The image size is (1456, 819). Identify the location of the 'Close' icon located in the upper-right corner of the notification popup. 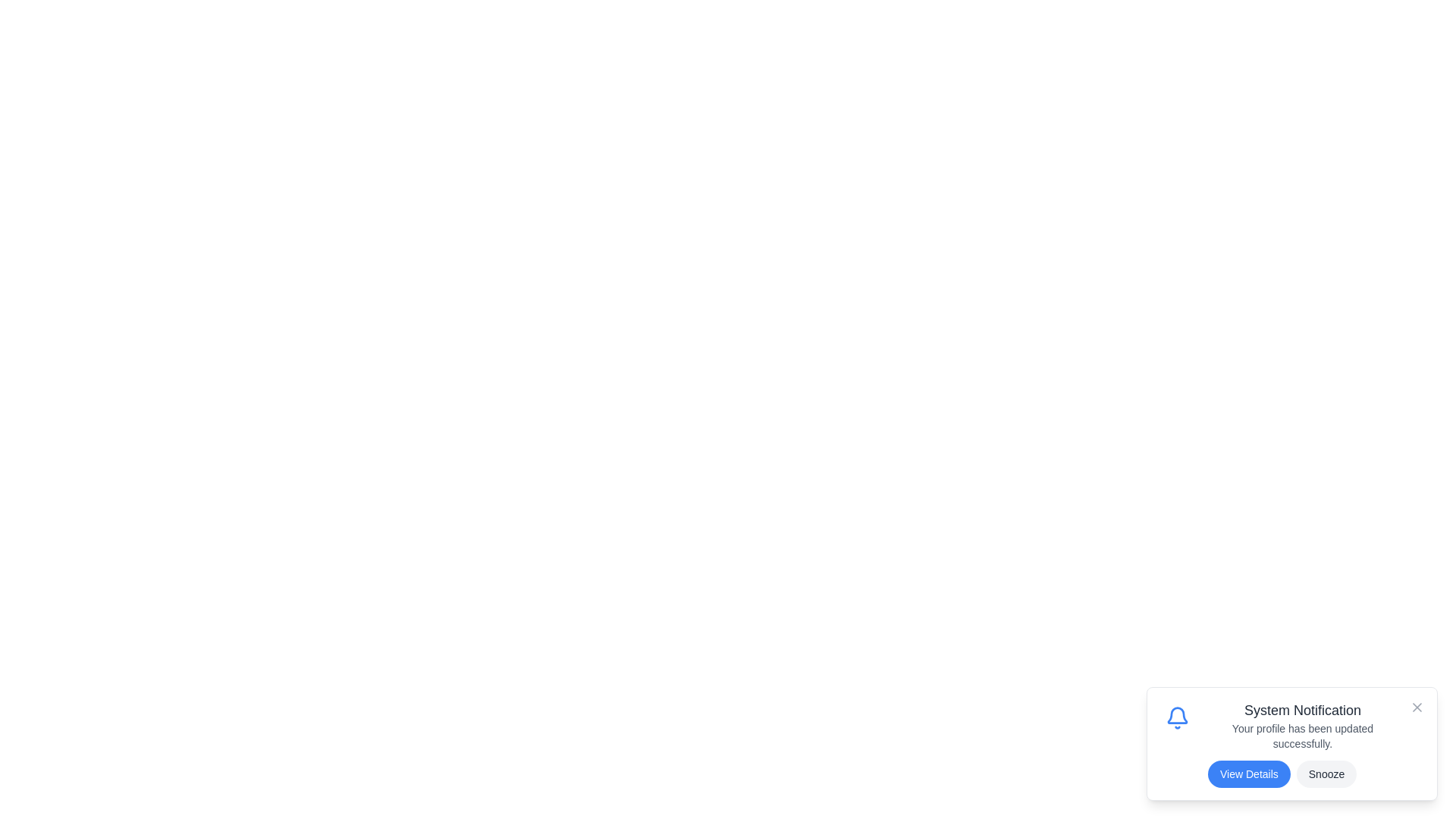
(1416, 708).